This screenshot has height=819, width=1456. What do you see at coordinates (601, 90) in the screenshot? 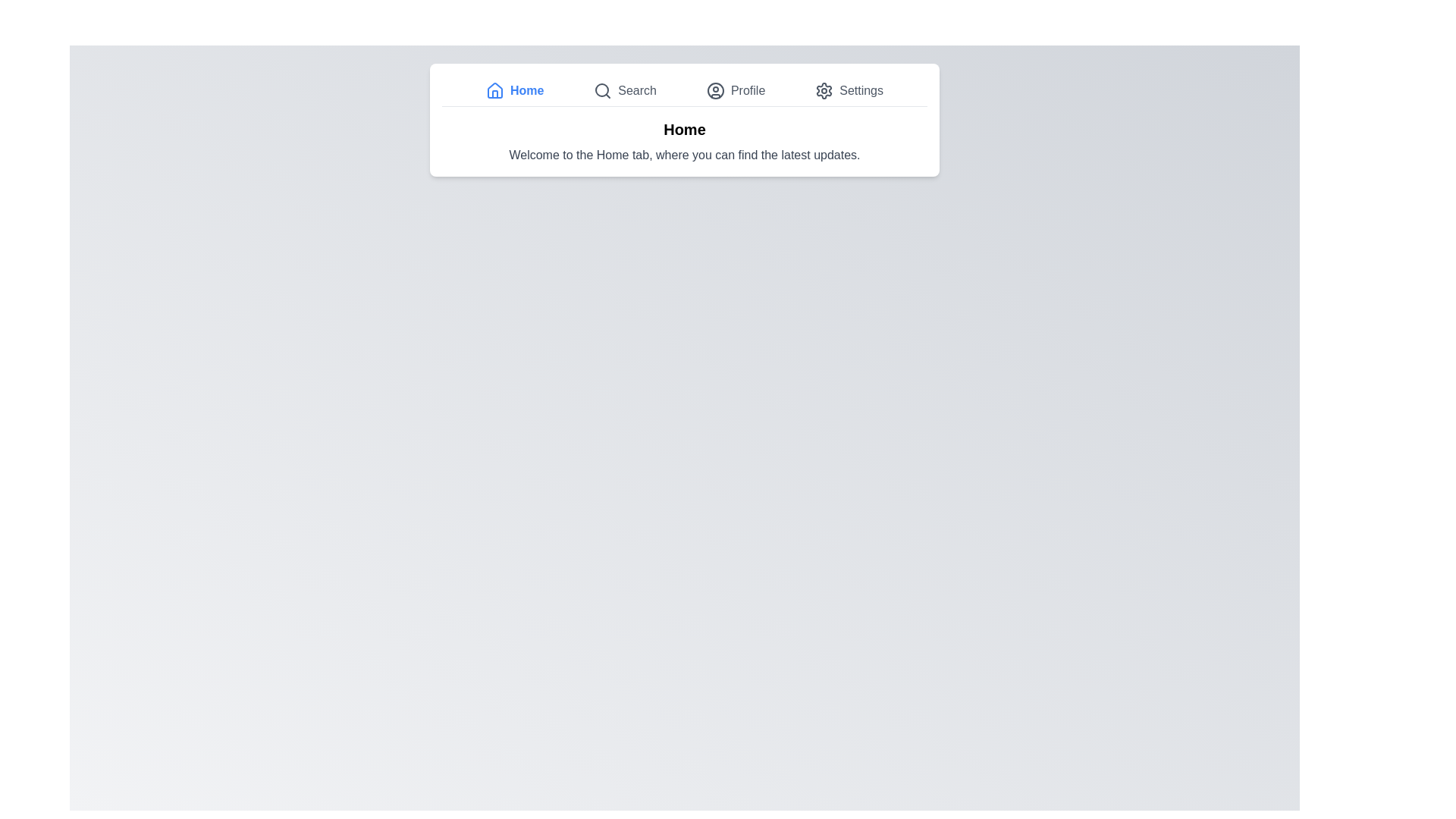
I see `the SVG Circle Element that represents the lens of the search icon, which is located second from the left in the navigation controls at the top of the interface` at bounding box center [601, 90].